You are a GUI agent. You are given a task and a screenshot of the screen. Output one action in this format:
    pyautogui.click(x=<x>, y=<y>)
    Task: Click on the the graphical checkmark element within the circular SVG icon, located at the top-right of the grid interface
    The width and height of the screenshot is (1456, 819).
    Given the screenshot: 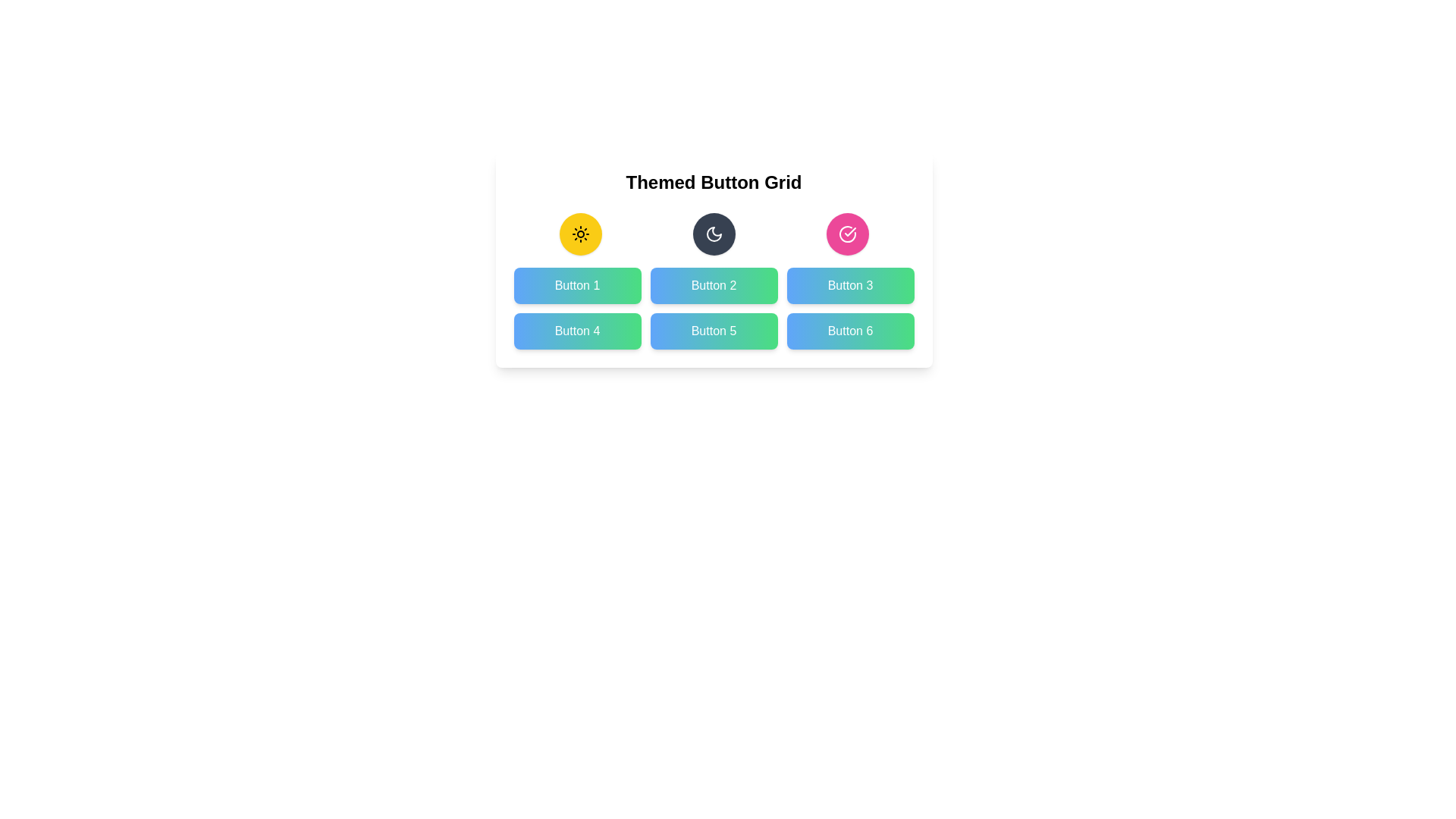 What is the action you would take?
    pyautogui.click(x=850, y=231)
    